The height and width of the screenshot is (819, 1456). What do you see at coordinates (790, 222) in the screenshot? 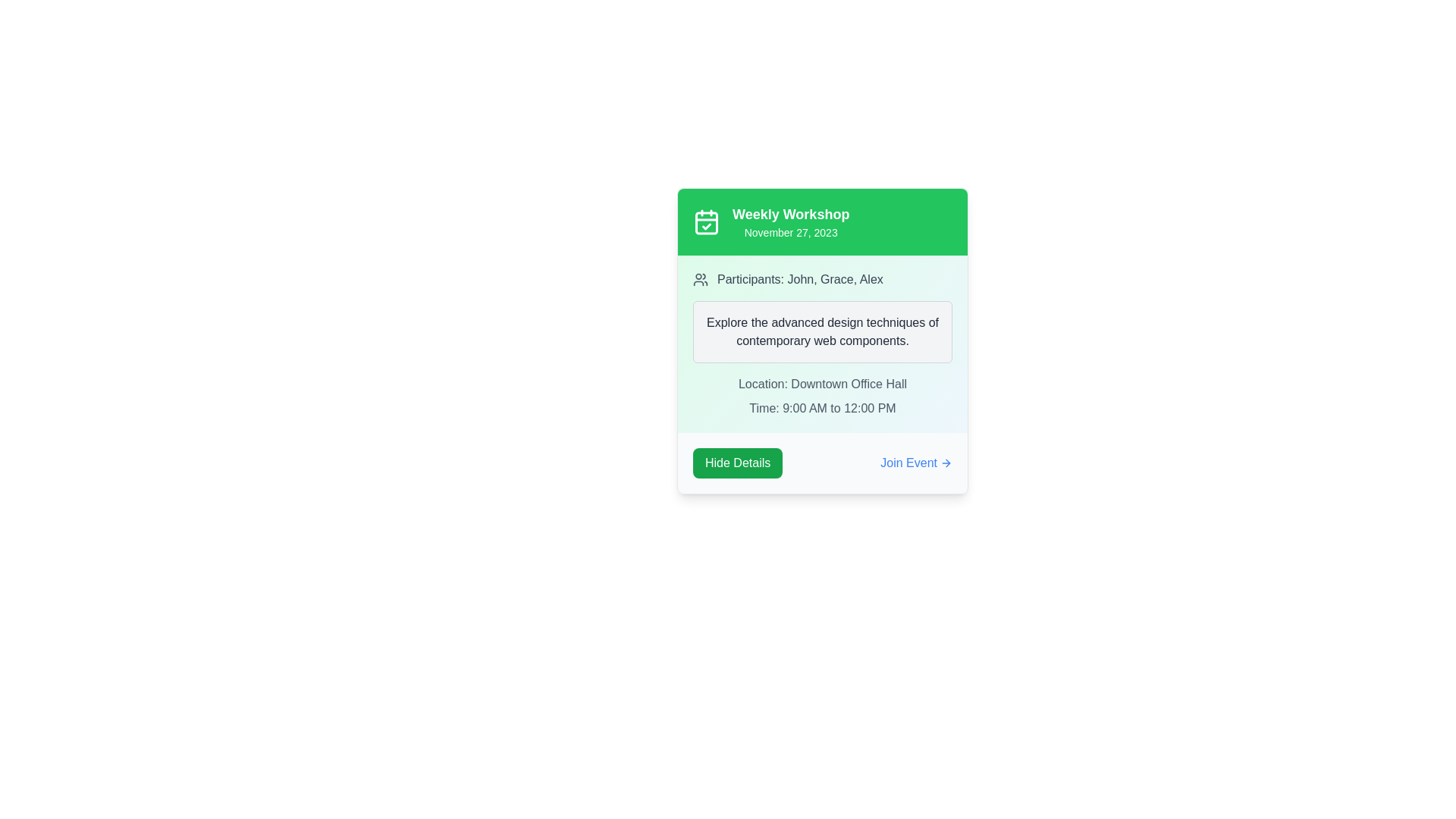
I see `text from the header label indicating the name and date of the event or workshop, which is located in the green header section of the card-like layout, positioned to the right of a calendar icon` at bounding box center [790, 222].